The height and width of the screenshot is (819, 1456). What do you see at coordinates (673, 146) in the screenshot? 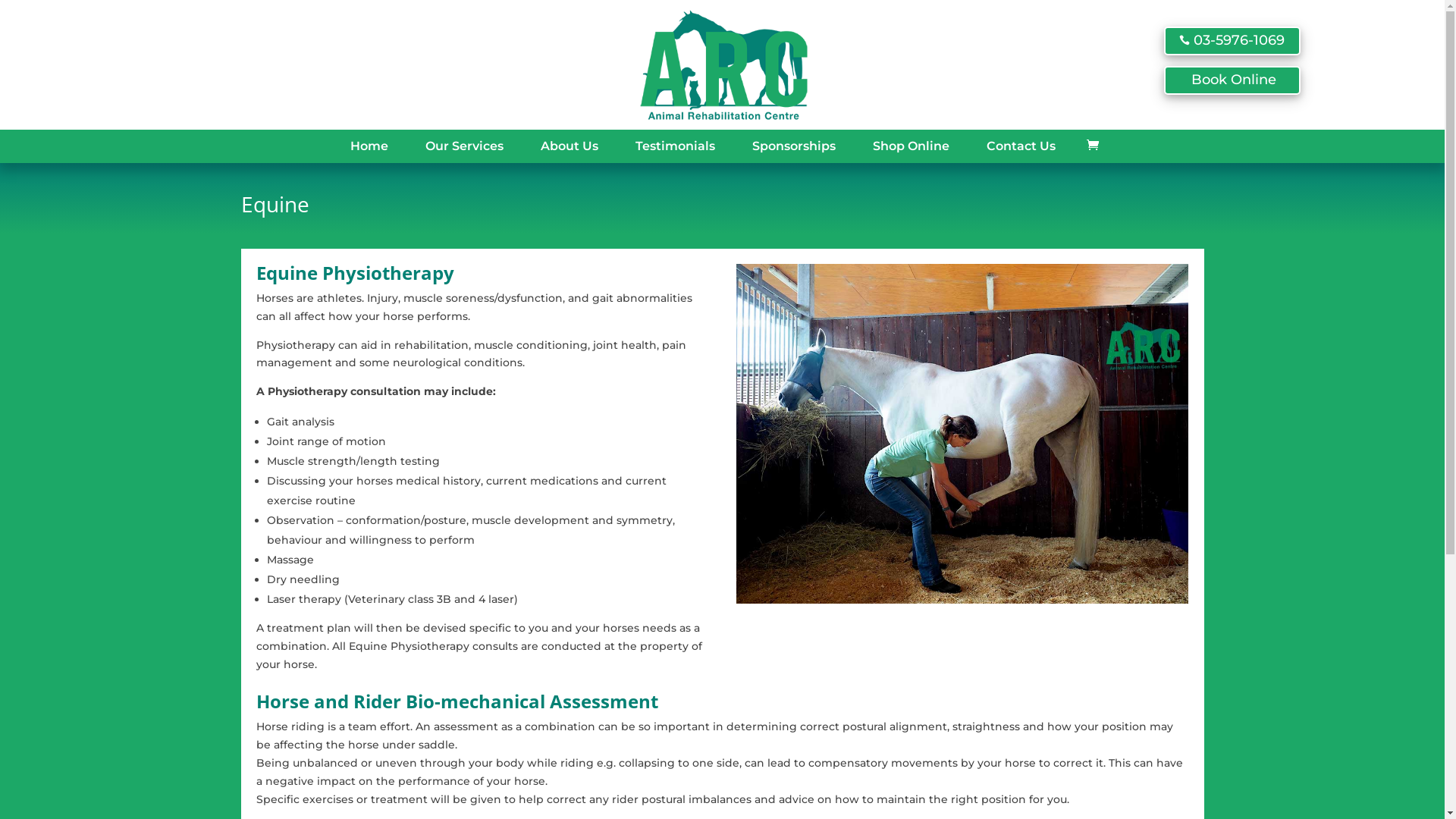
I see `'Testimonials'` at bounding box center [673, 146].